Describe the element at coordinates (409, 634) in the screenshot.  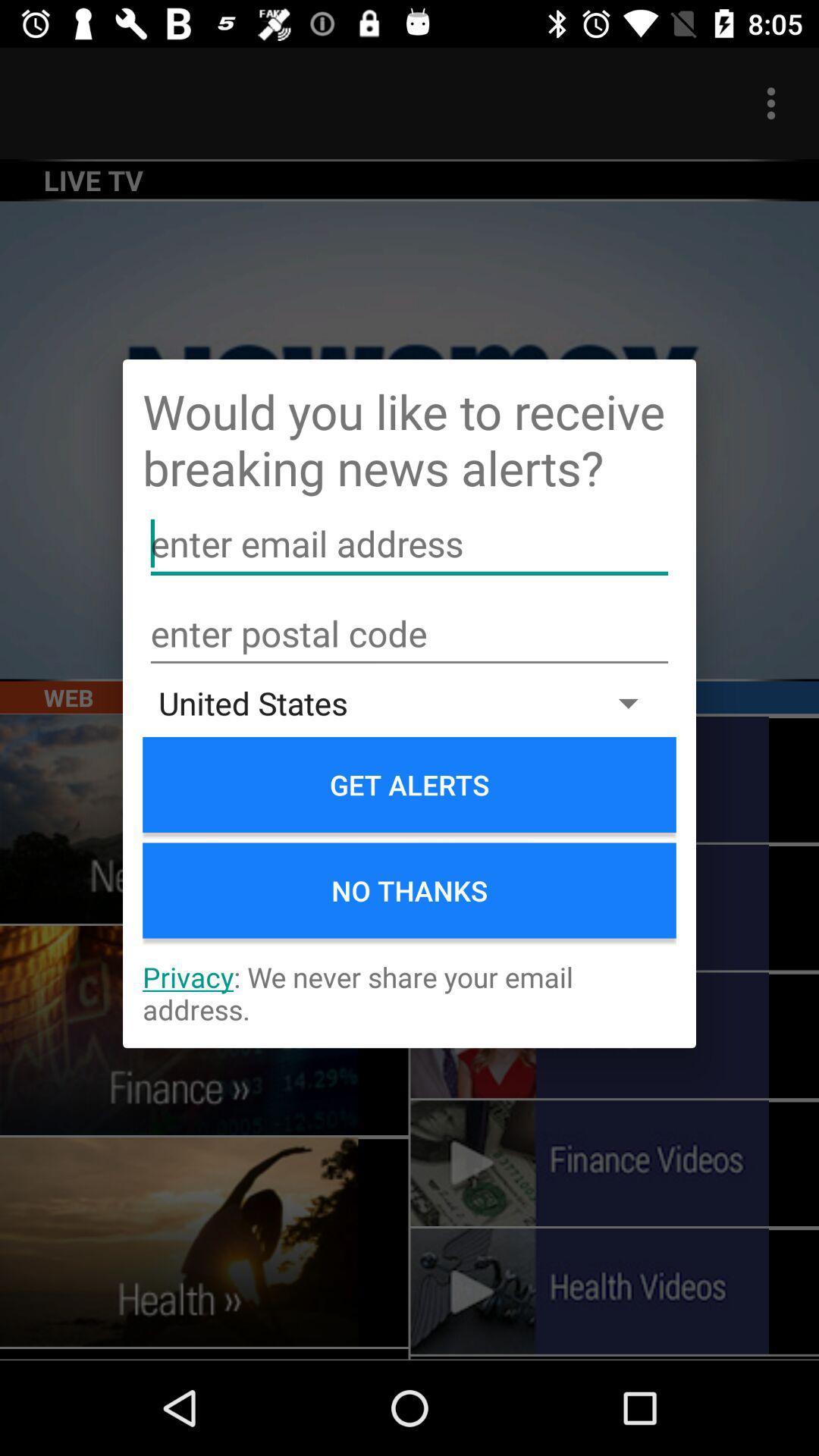
I see `change in mobile no to using mnp` at that location.